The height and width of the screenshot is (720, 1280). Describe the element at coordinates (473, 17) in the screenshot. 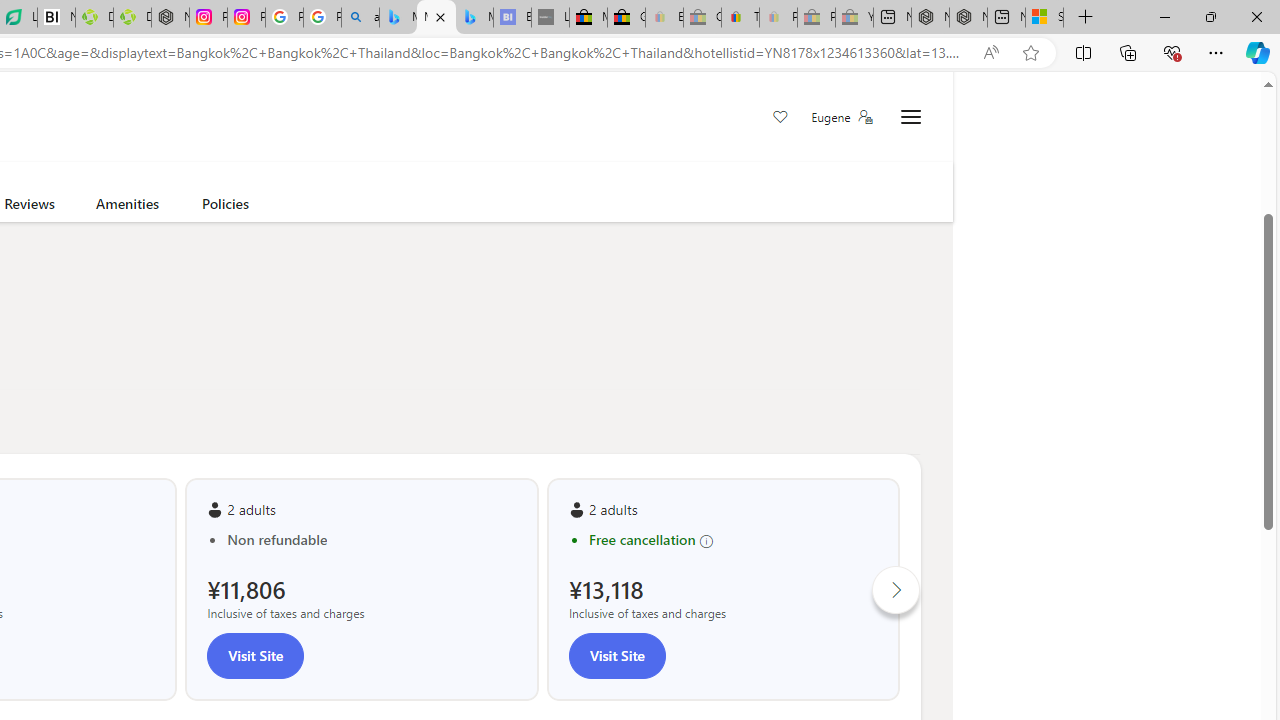

I see `'Microsoft Bing Travel - Shangri-La Hotel Bangkok'` at that location.